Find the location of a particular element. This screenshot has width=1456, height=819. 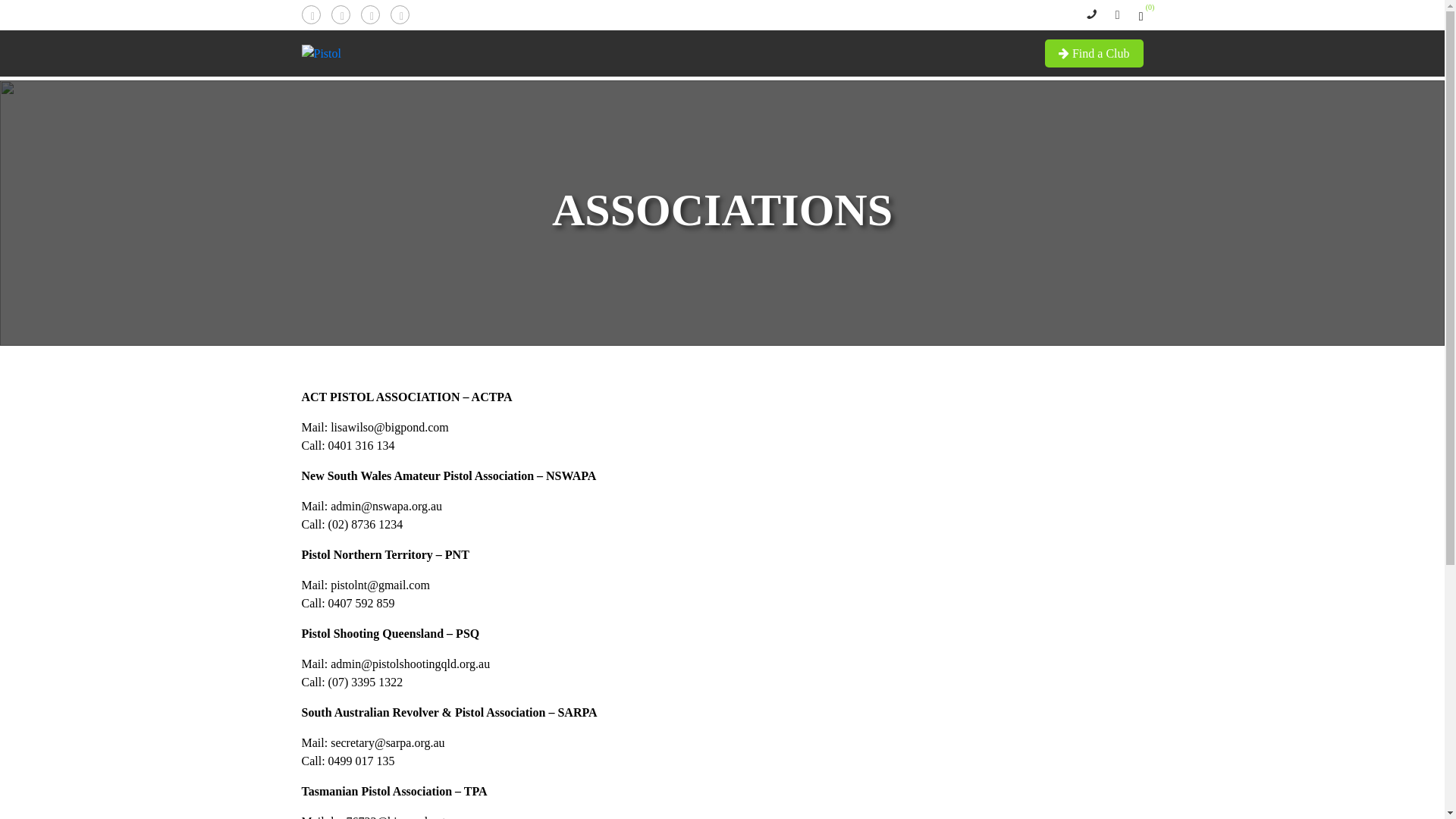

'lisawilso@bigpond.com' is located at coordinates (389, 427).